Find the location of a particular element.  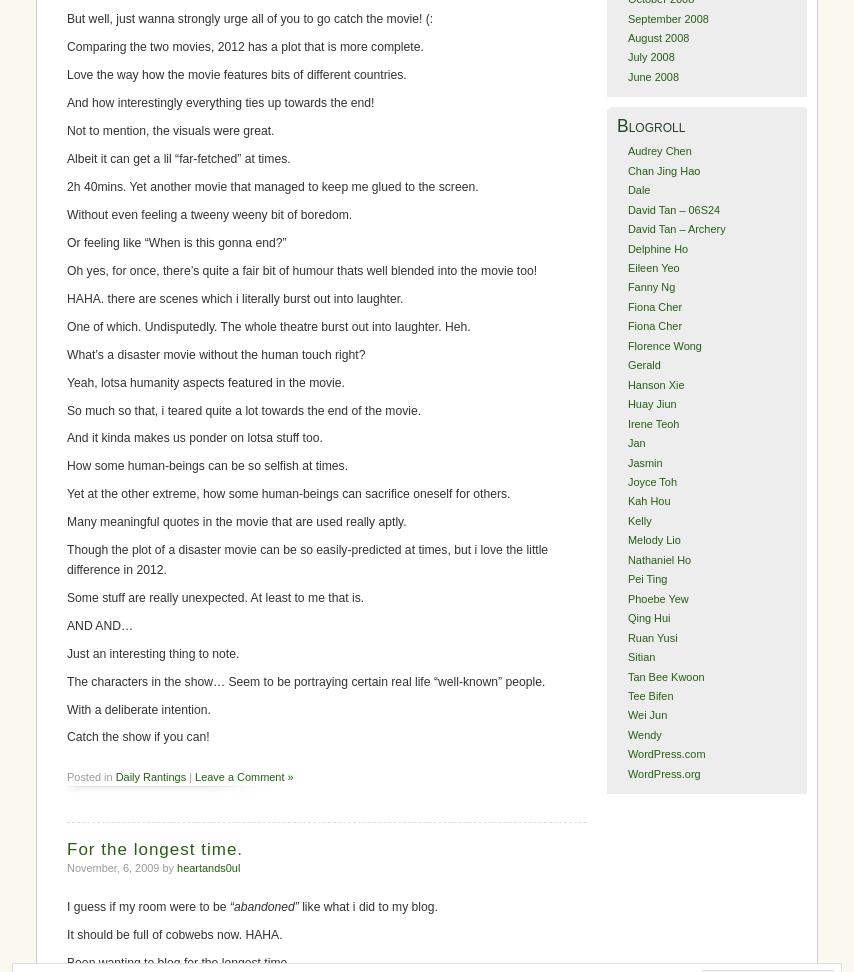

'Blogroll' is located at coordinates (616, 125).